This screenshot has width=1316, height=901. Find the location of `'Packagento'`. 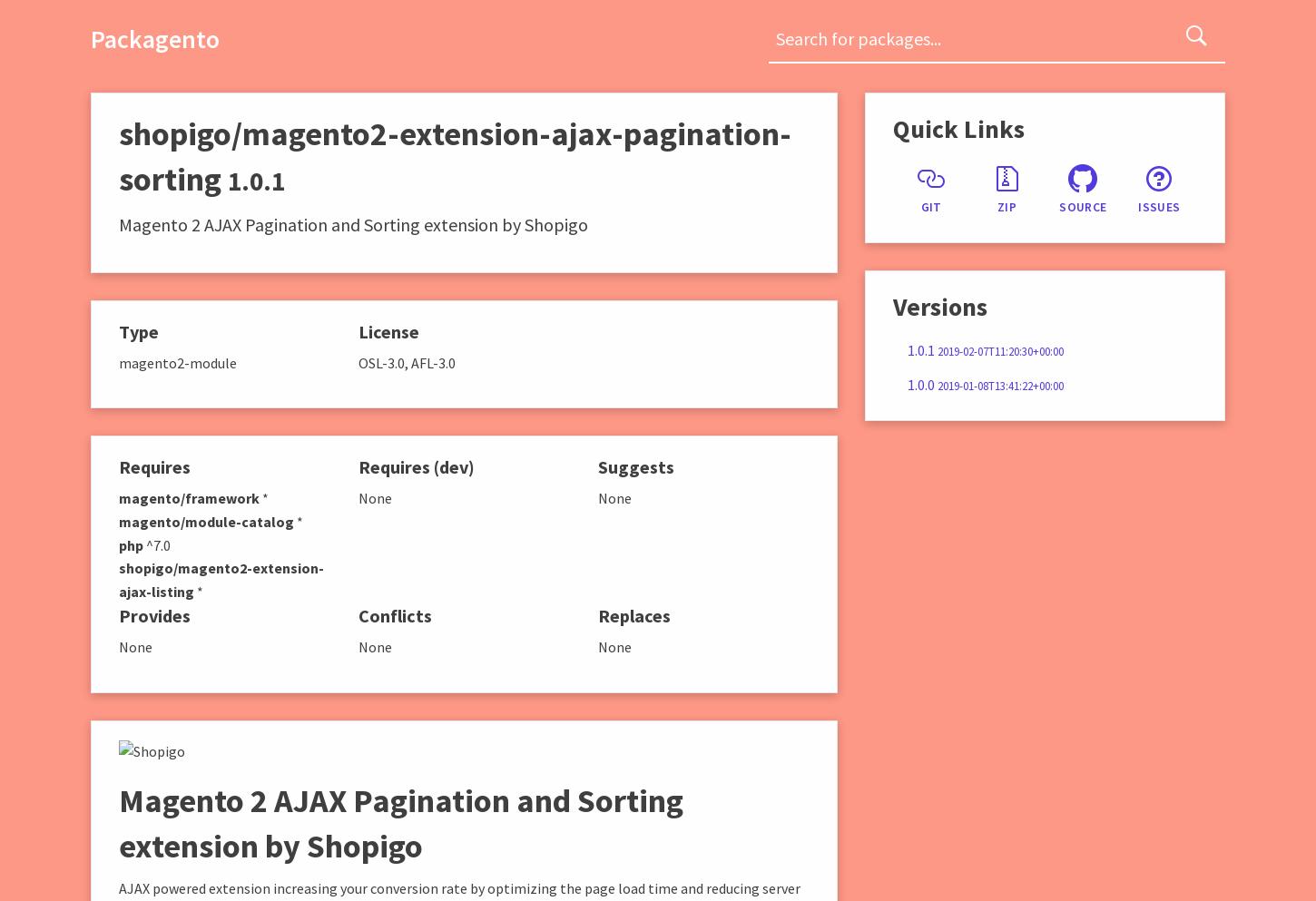

'Packagento' is located at coordinates (153, 38).